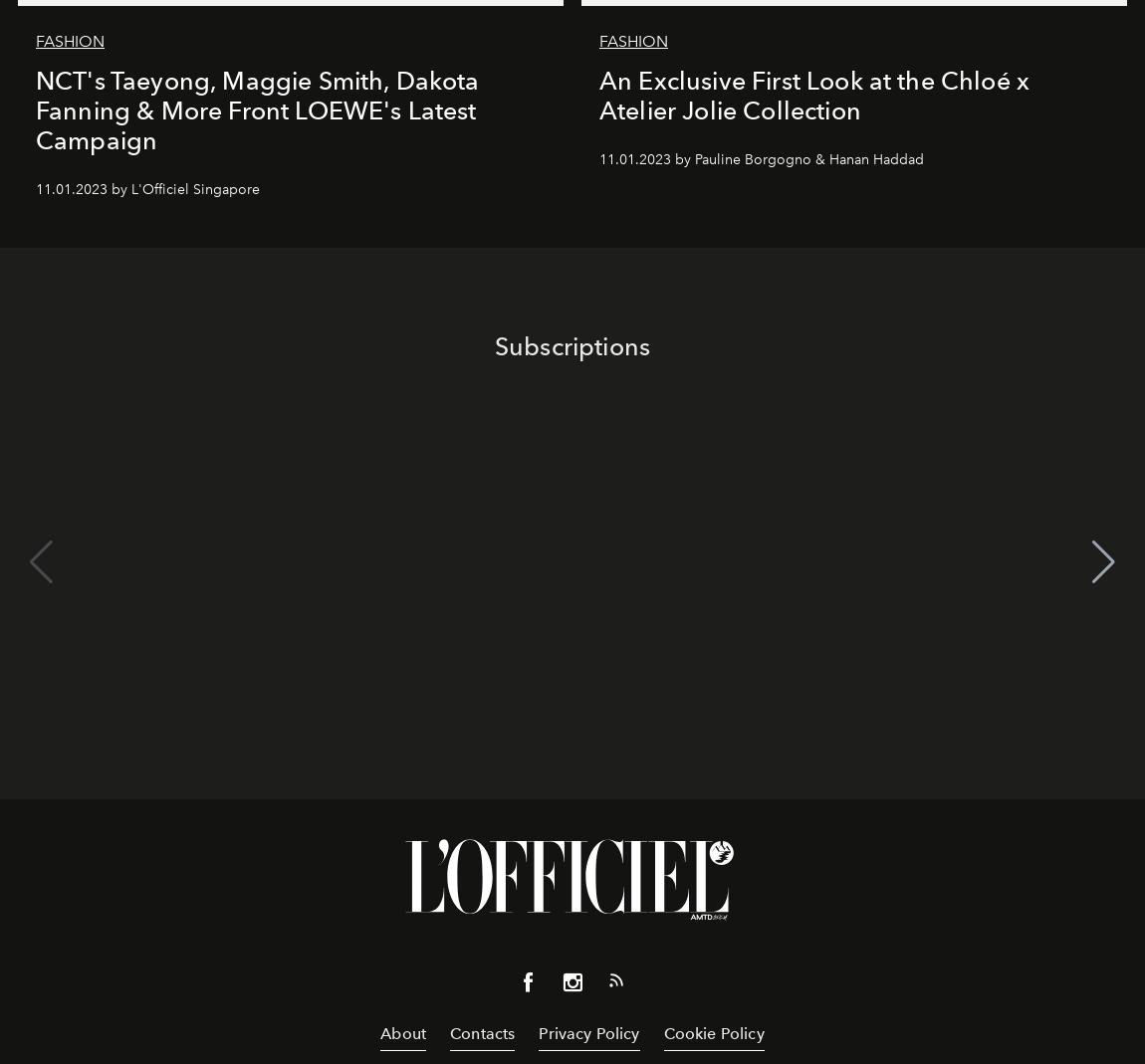 The width and height of the screenshot is (1145, 1064). Describe the element at coordinates (760, 159) in the screenshot. I see `'11.01.2023 by Pauline Borgogno & Hanan Haddad'` at that location.